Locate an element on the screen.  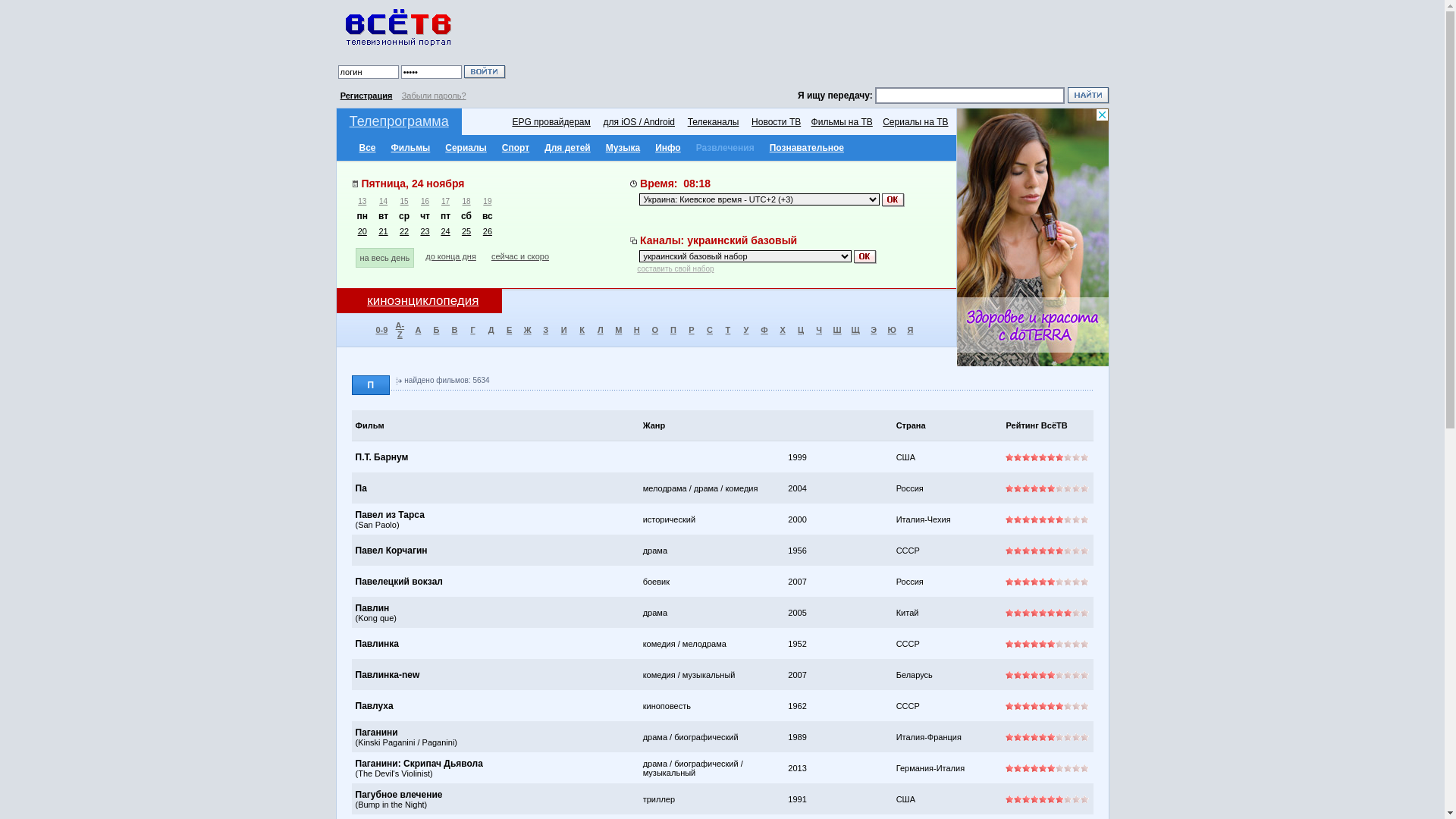
'19' is located at coordinates (487, 200).